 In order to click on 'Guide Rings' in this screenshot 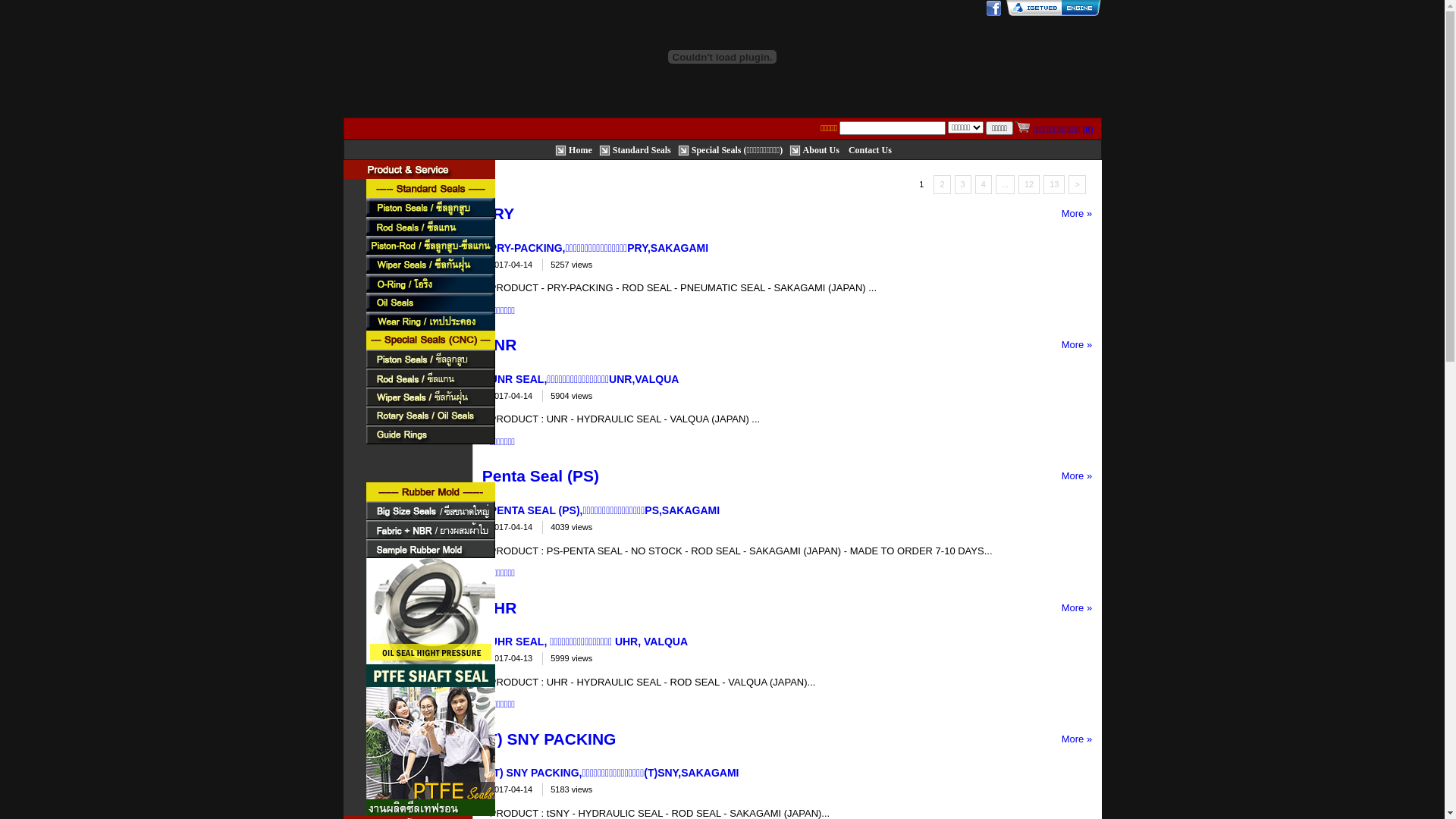, I will do `click(428, 435)`.